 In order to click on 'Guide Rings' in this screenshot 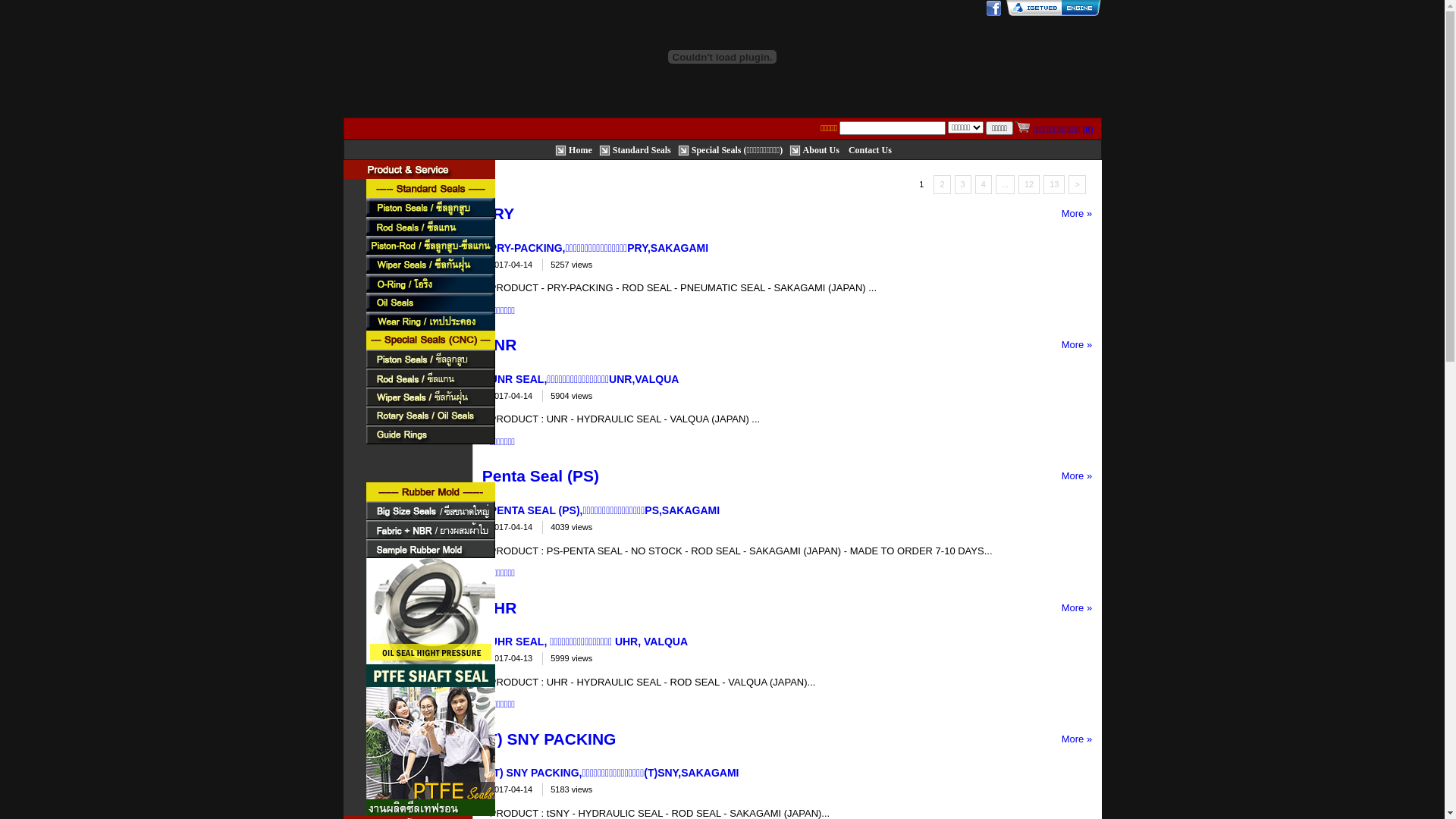, I will do `click(428, 435)`.